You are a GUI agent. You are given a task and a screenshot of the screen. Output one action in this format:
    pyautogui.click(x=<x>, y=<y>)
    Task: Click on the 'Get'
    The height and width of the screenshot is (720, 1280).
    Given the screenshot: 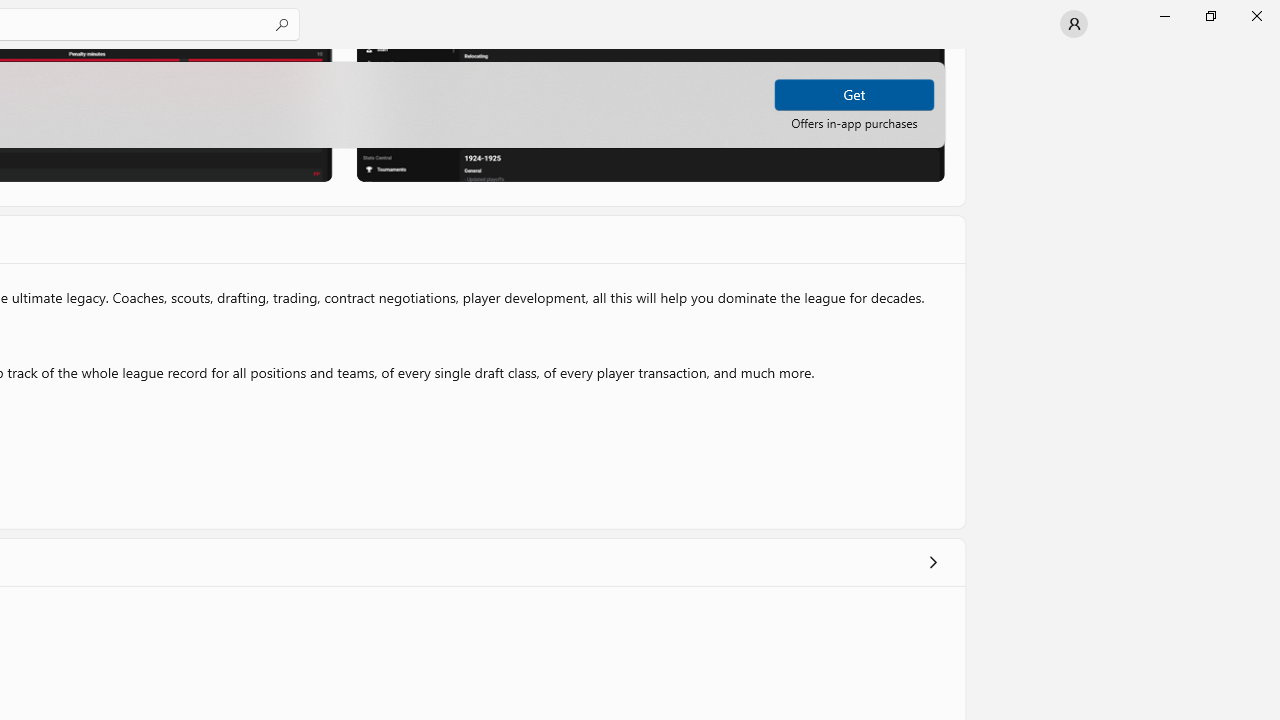 What is the action you would take?
    pyautogui.click(x=854, y=94)
    